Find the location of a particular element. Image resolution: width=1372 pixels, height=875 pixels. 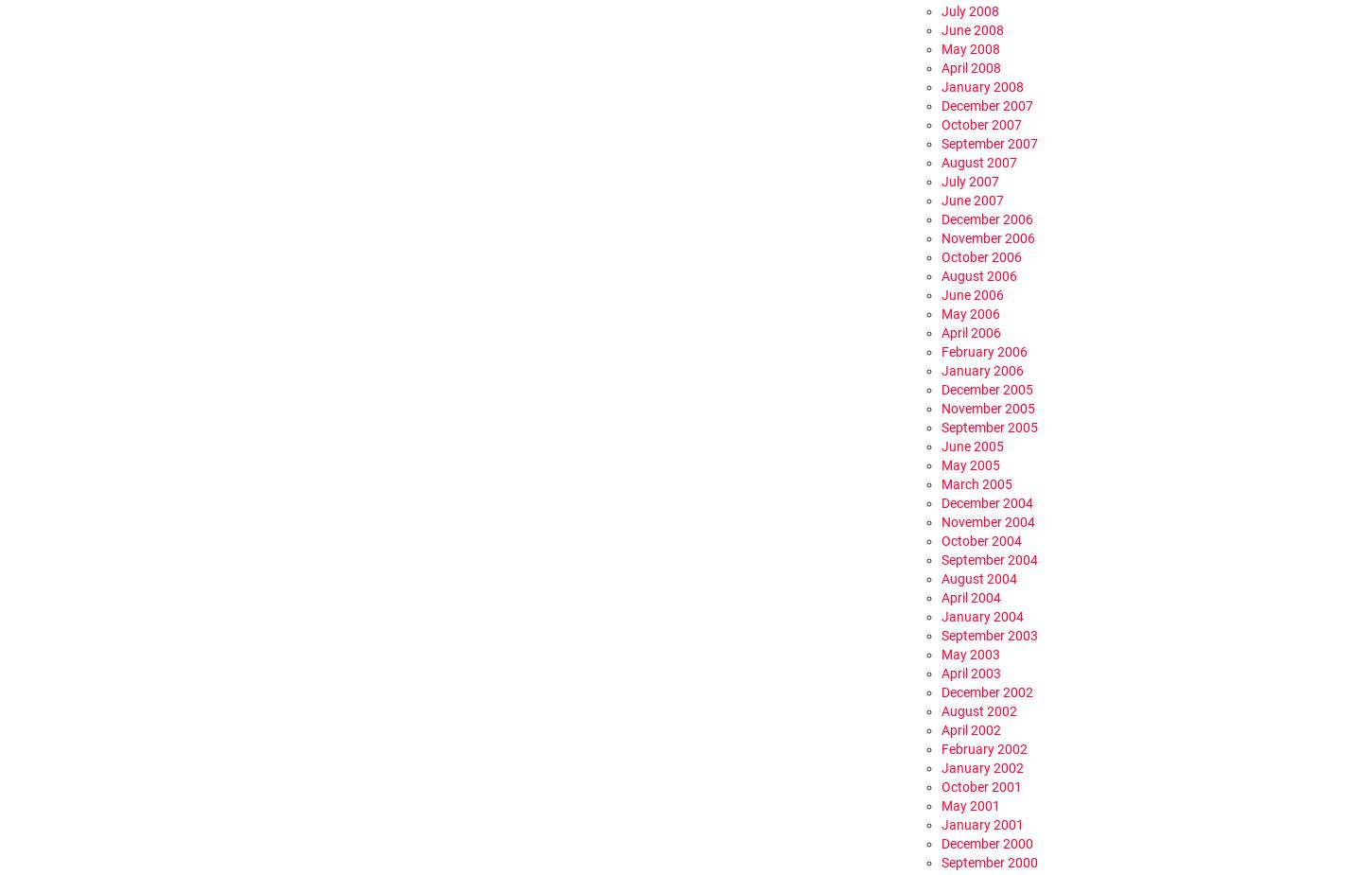

'February 2006' is located at coordinates (941, 350).